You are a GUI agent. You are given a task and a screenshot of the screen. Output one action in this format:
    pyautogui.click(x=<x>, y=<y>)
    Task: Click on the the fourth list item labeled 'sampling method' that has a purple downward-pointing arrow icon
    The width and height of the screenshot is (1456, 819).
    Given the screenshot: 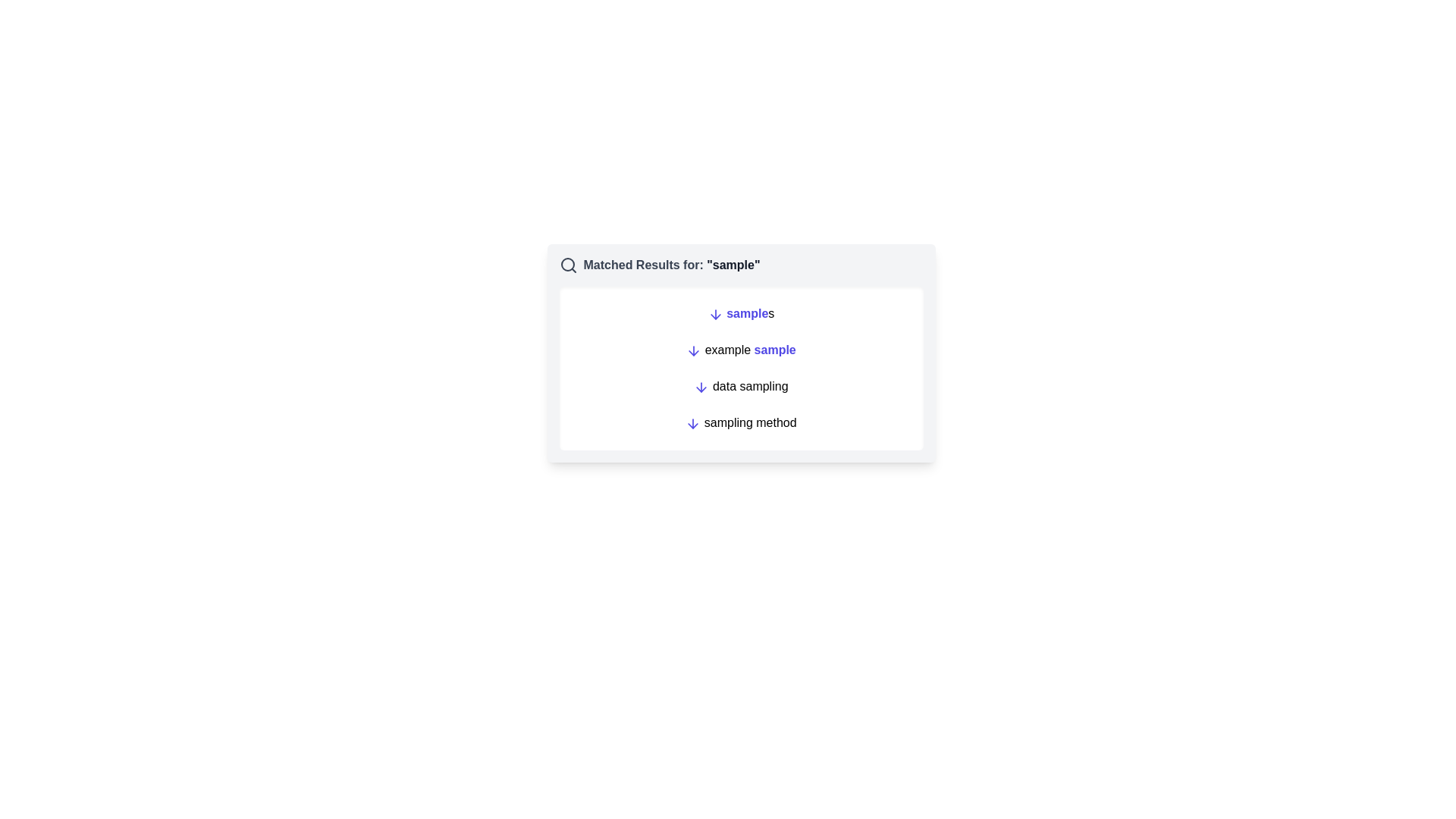 What is the action you would take?
    pyautogui.click(x=741, y=423)
    